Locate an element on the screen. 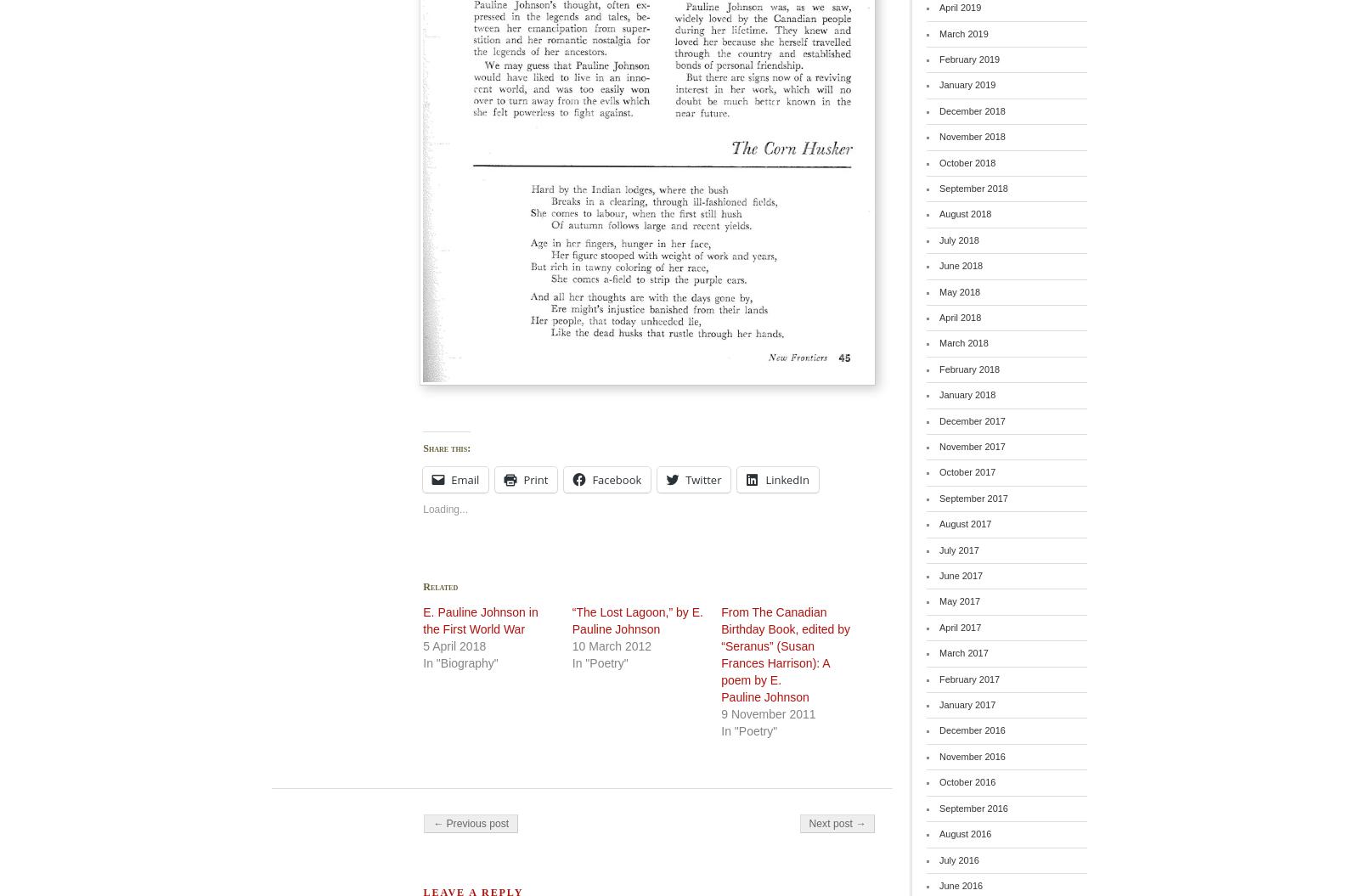 The height and width of the screenshot is (896, 1359). 'March 2018' is located at coordinates (963, 342).